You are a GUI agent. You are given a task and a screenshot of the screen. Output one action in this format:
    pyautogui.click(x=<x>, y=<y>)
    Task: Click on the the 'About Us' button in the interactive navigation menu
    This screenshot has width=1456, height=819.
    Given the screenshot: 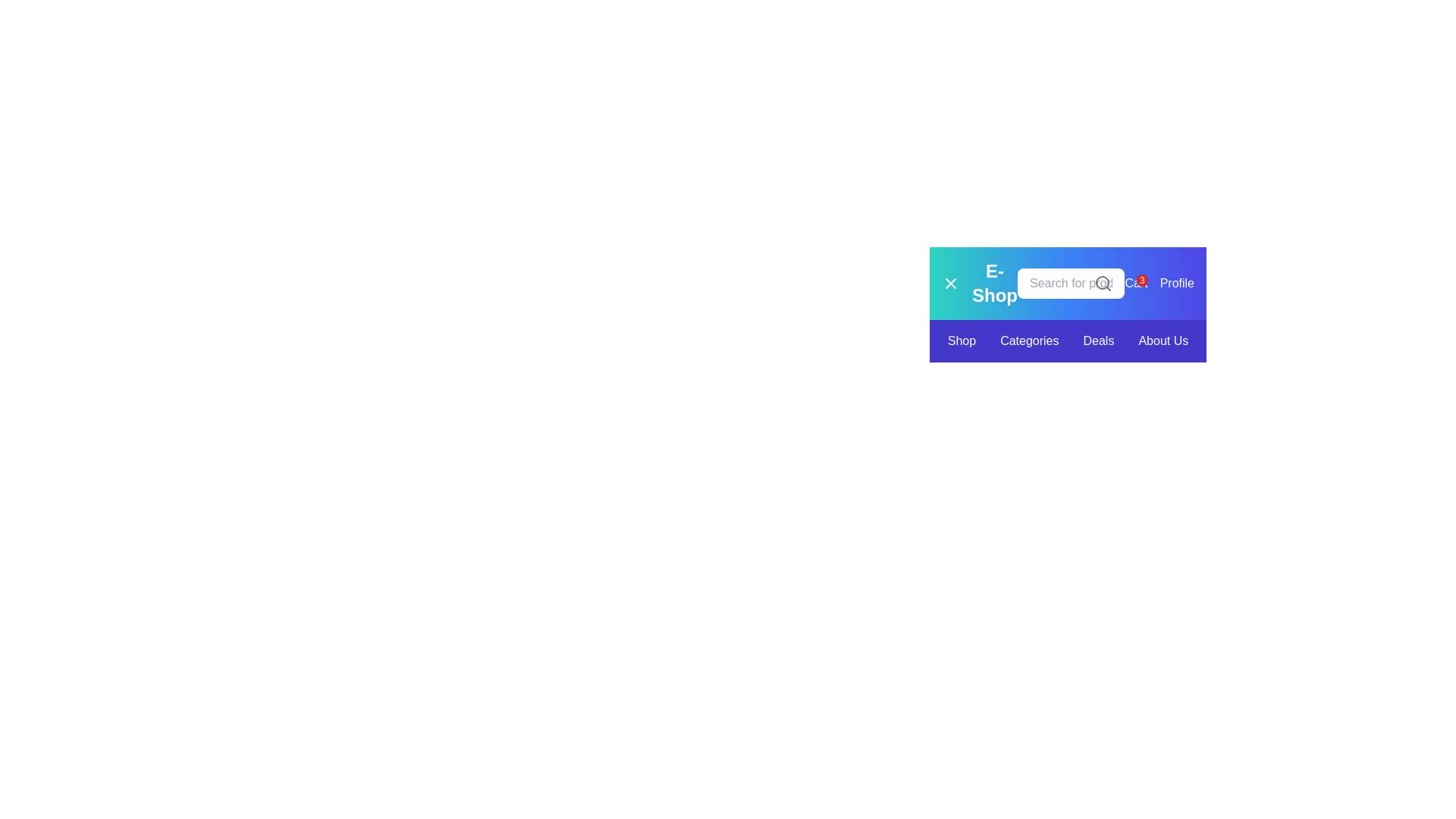 What is the action you would take?
    pyautogui.click(x=1163, y=339)
    